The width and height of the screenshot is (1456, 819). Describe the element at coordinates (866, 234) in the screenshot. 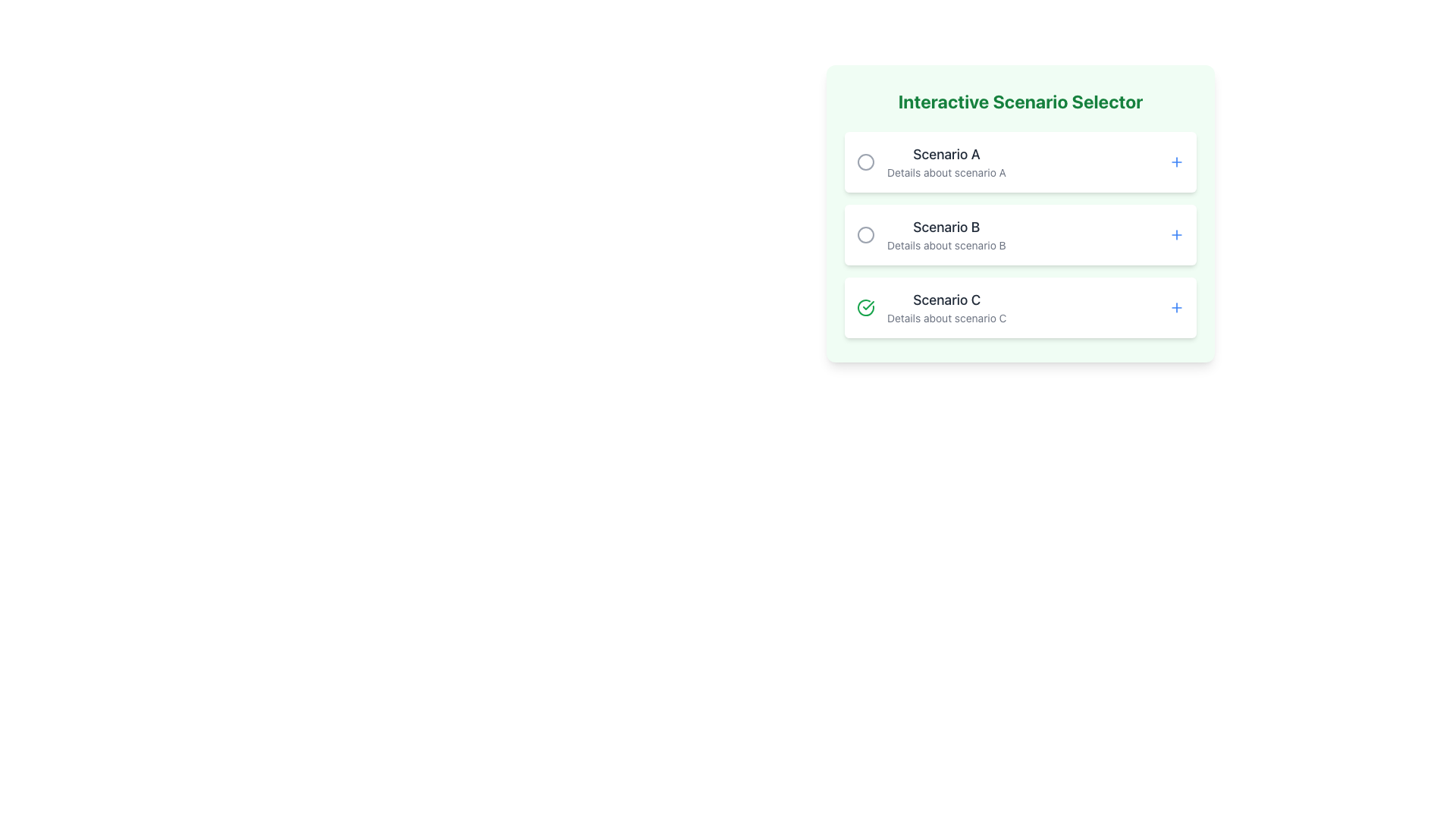

I see `the radio button representing the 'Scenario B' option` at that location.